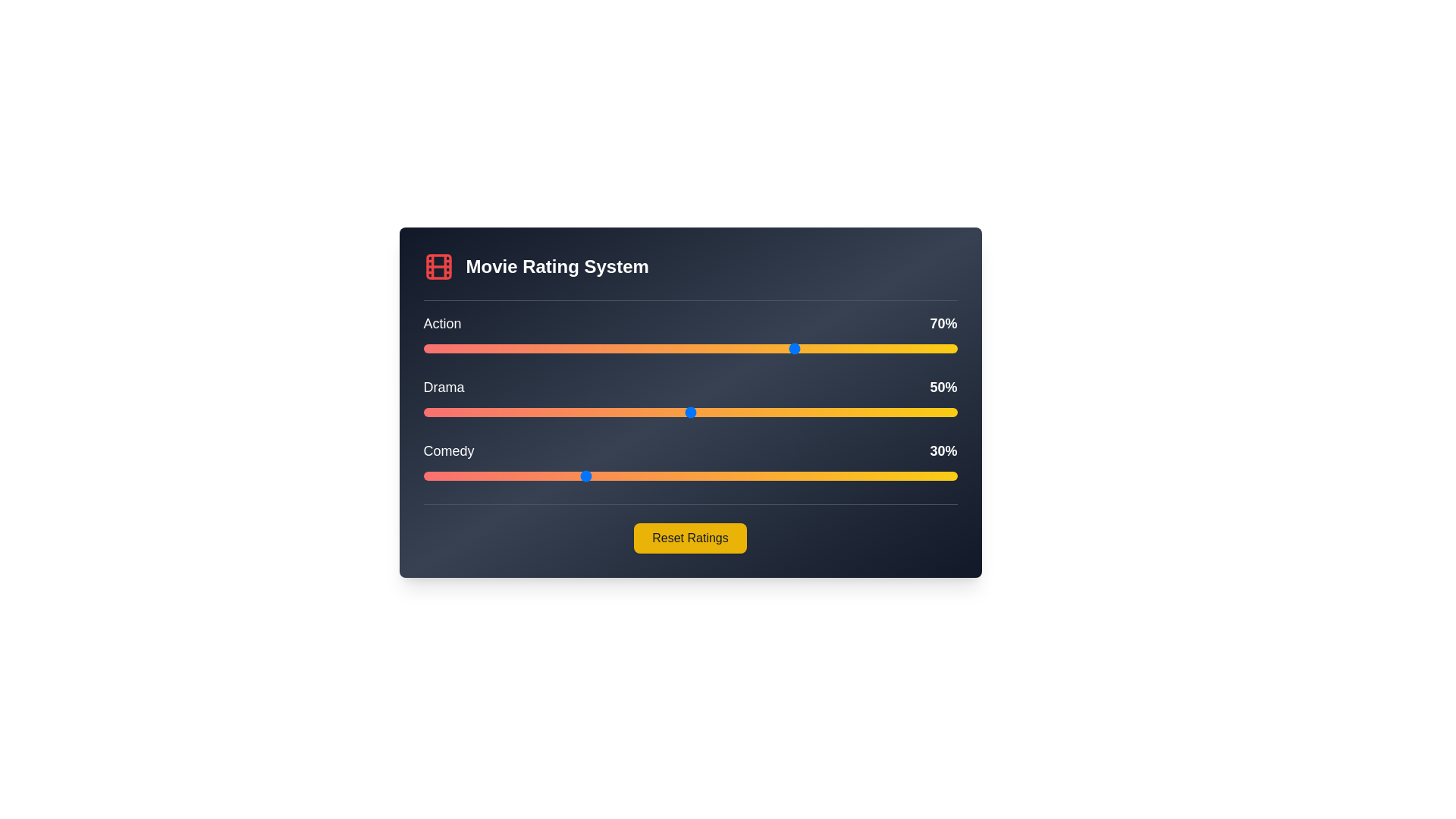 The image size is (1456, 819). What do you see at coordinates (940, 412) in the screenshot?
I see `the Drama genre rating to 97% by adjusting the slider` at bounding box center [940, 412].